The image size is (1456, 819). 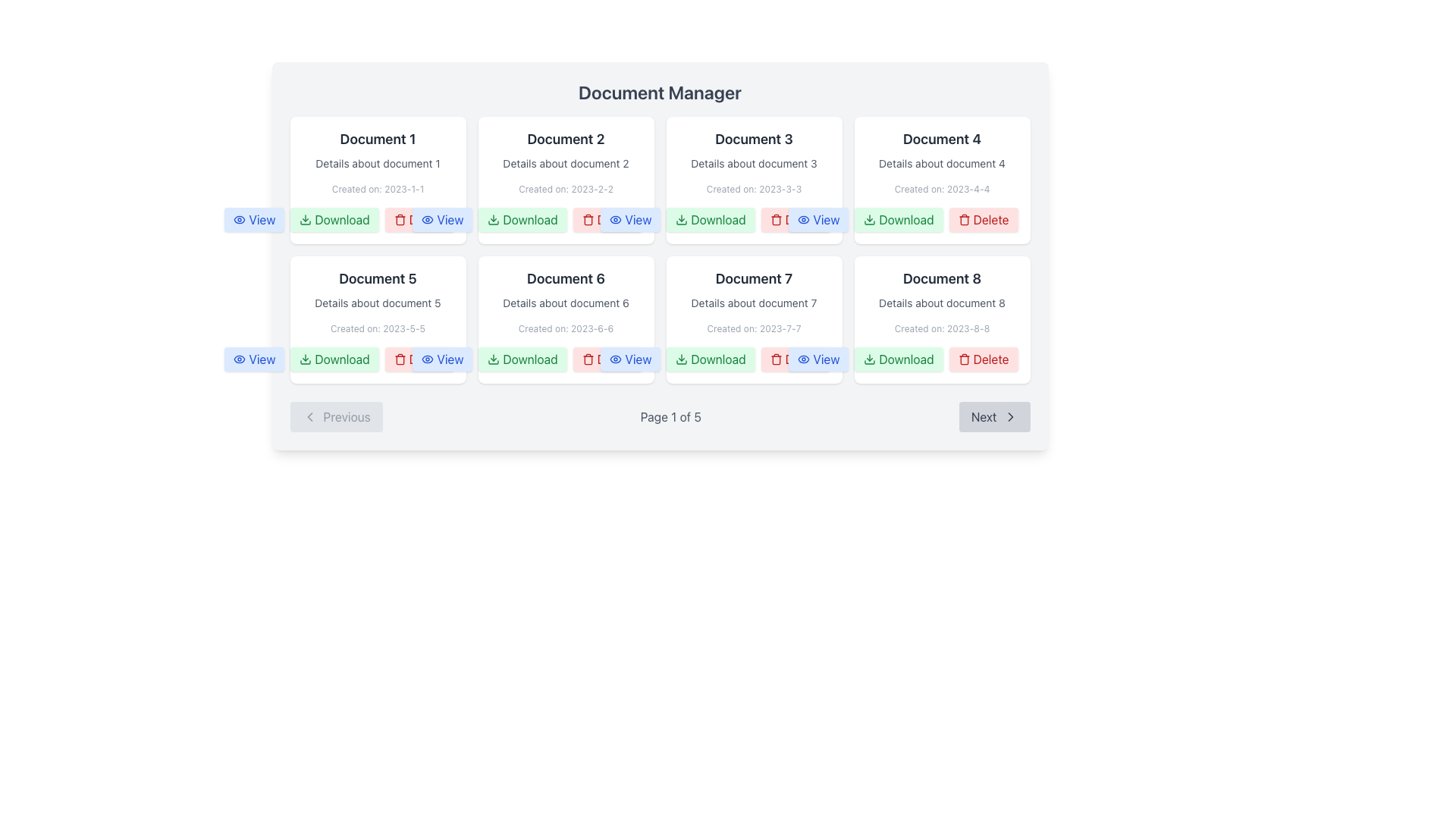 What do you see at coordinates (309, 417) in the screenshot?
I see `the navigation icon located in the bottom-left corner of the interface` at bounding box center [309, 417].